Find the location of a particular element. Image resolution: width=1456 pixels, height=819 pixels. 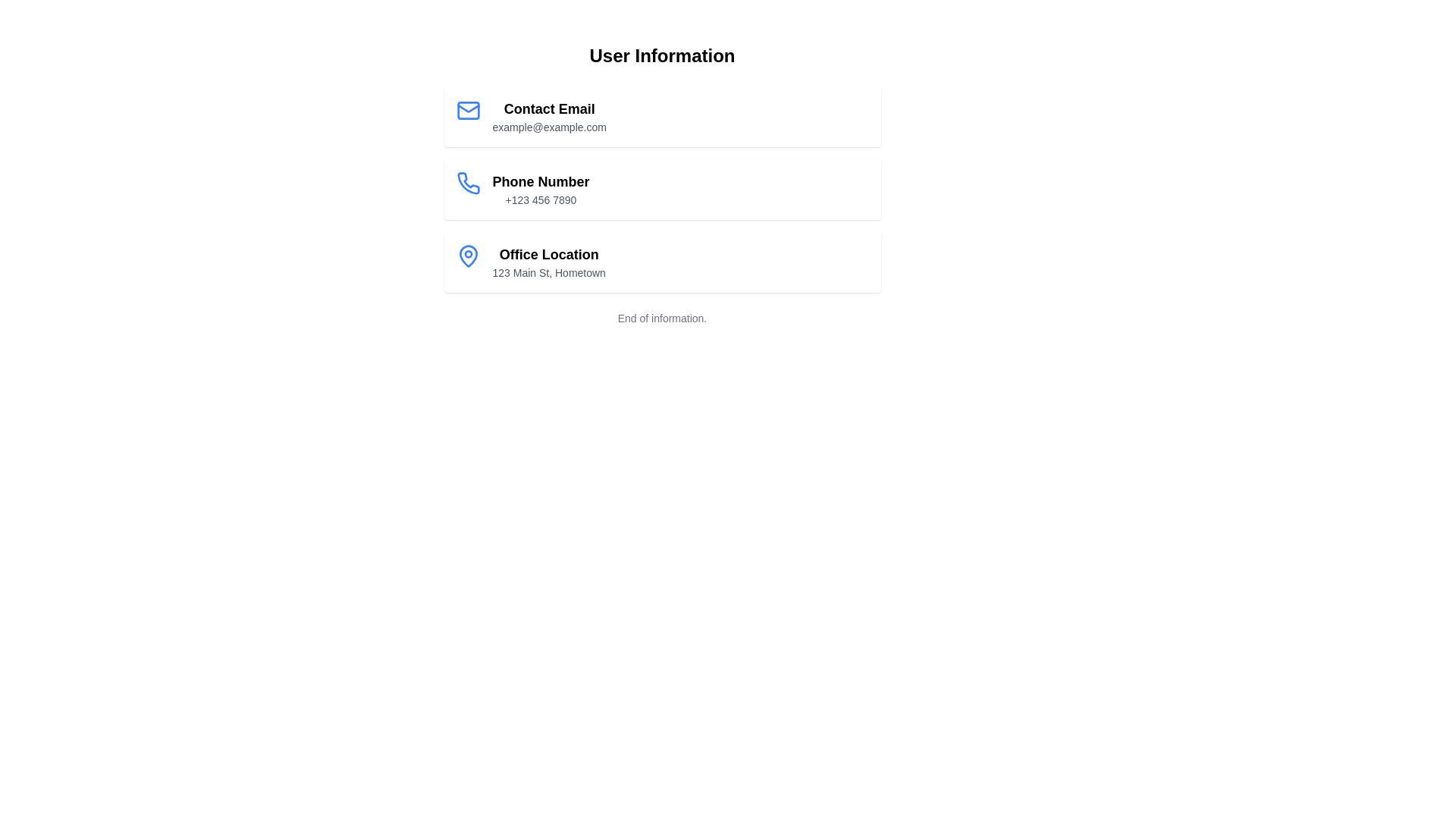

the text label header that serves as a title for the section, positioned centrally at the top of the layout is located at coordinates (662, 55).